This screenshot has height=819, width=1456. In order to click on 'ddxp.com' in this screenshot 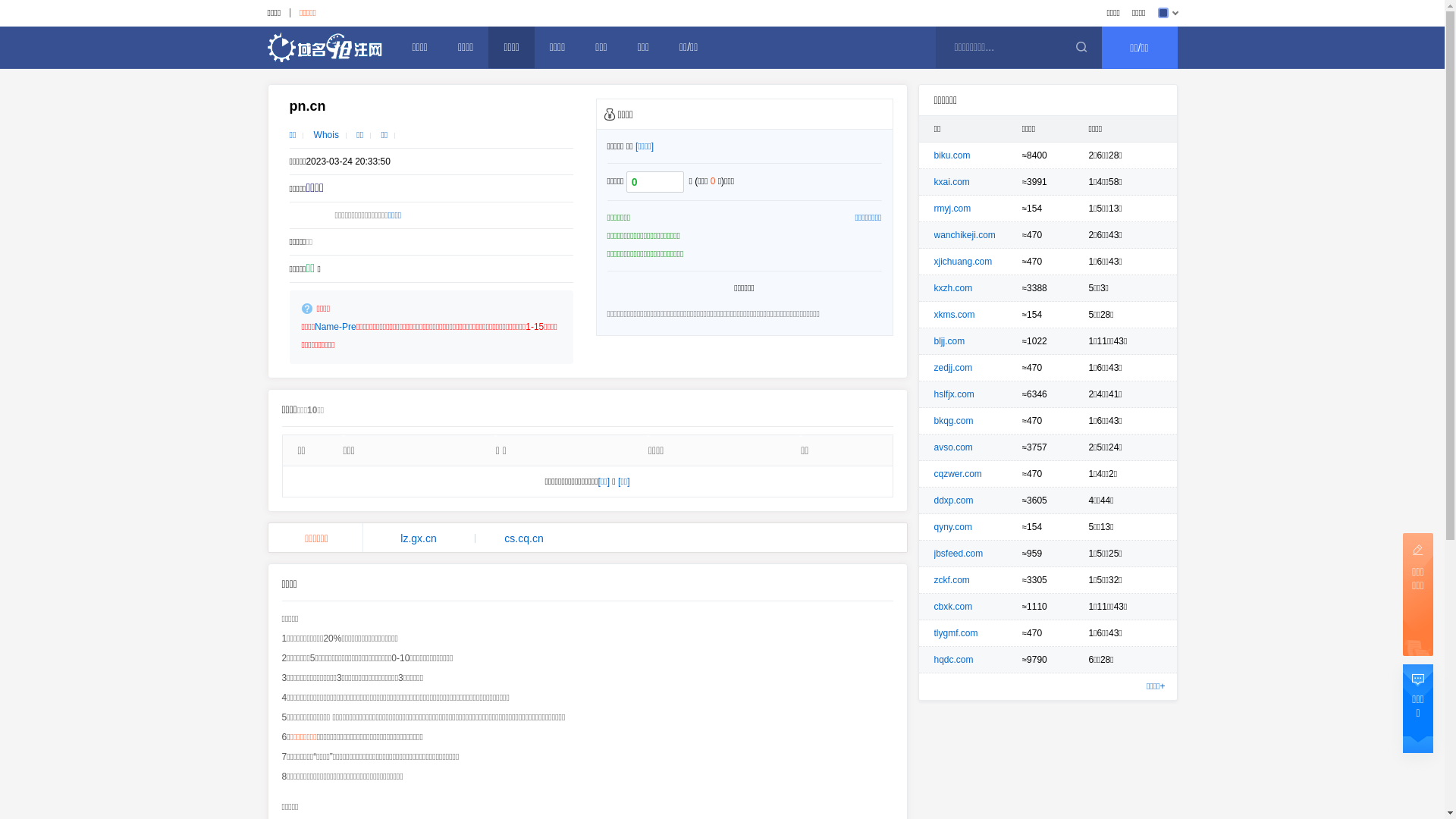, I will do `click(934, 500)`.